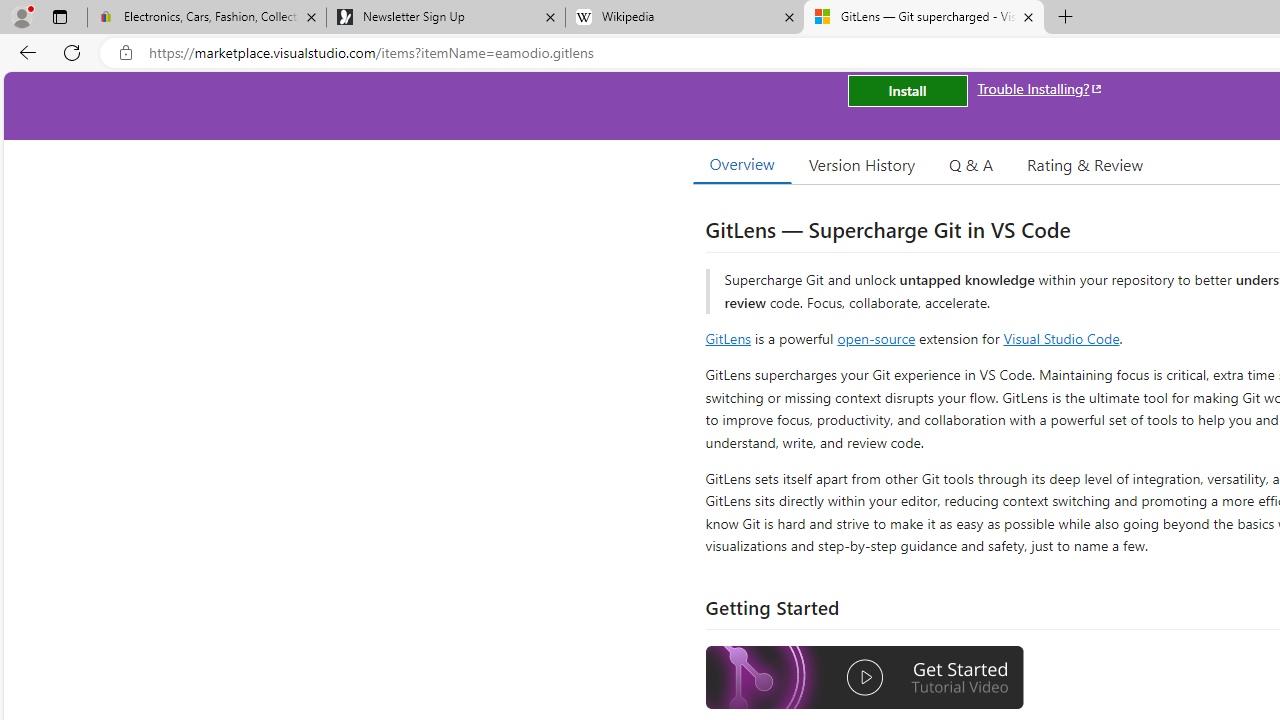 This screenshot has height=720, width=1280. What do you see at coordinates (876, 337) in the screenshot?
I see `'open-source'` at bounding box center [876, 337].